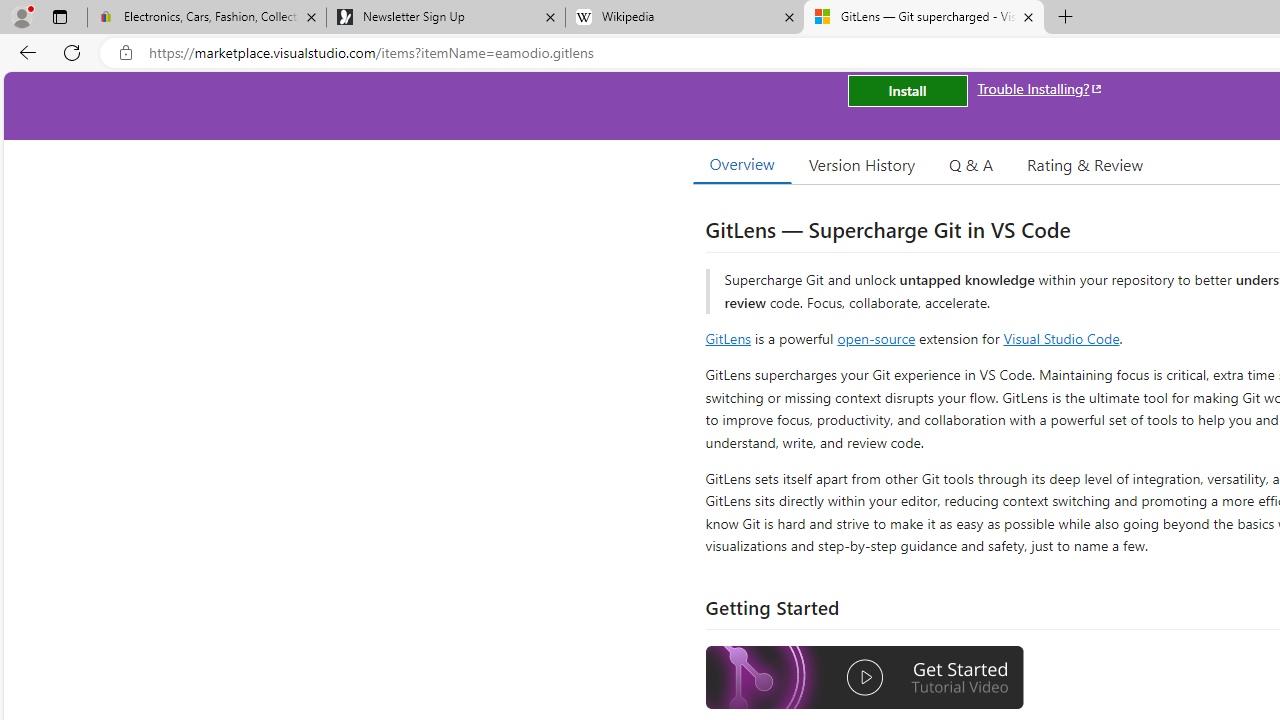 This screenshot has height=720, width=1280. What do you see at coordinates (876, 337) in the screenshot?
I see `'open-source'` at bounding box center [876, 337].